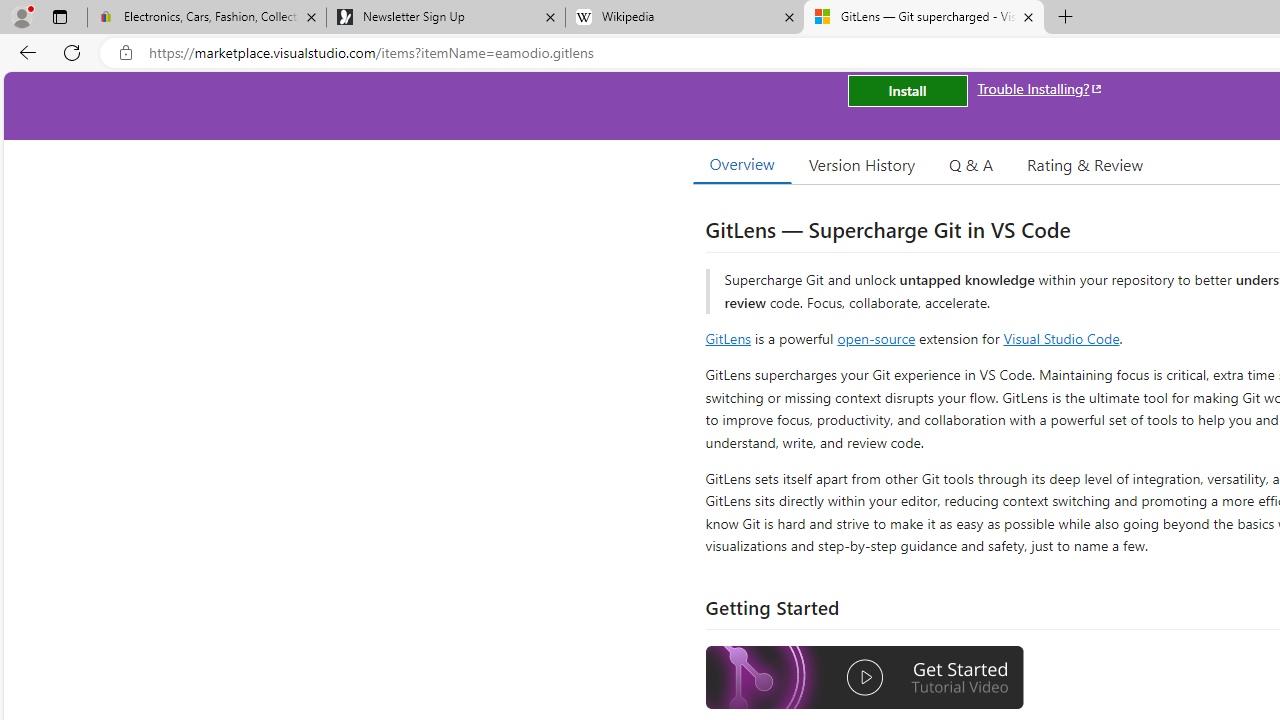 This screenshot has height=720, width=1280. What do you see at coordinates (876, 337) in the screenshot?
I see `'open-source'` at bounding box center [876, 337].